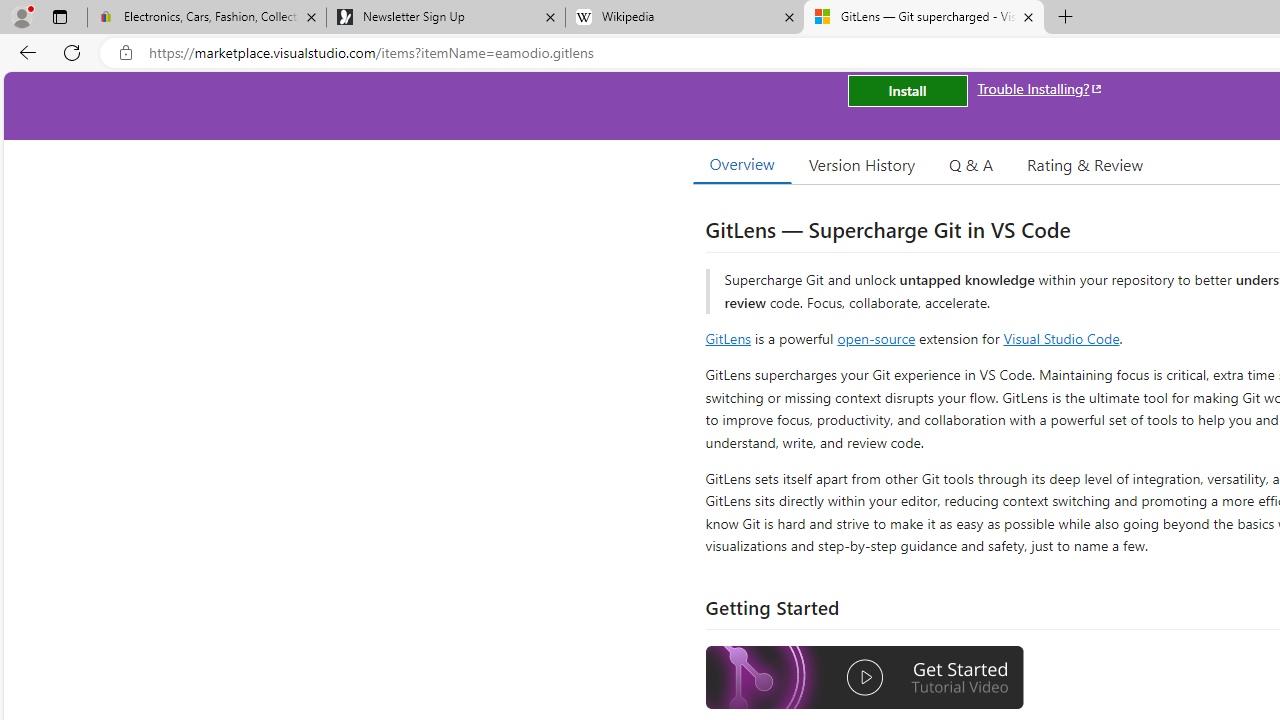 This screenshot has height=720, width=1280. What do you see at coordinates (876, 337) in the screenshot?
I see `'open-source'` at bounding box center [876, 337].